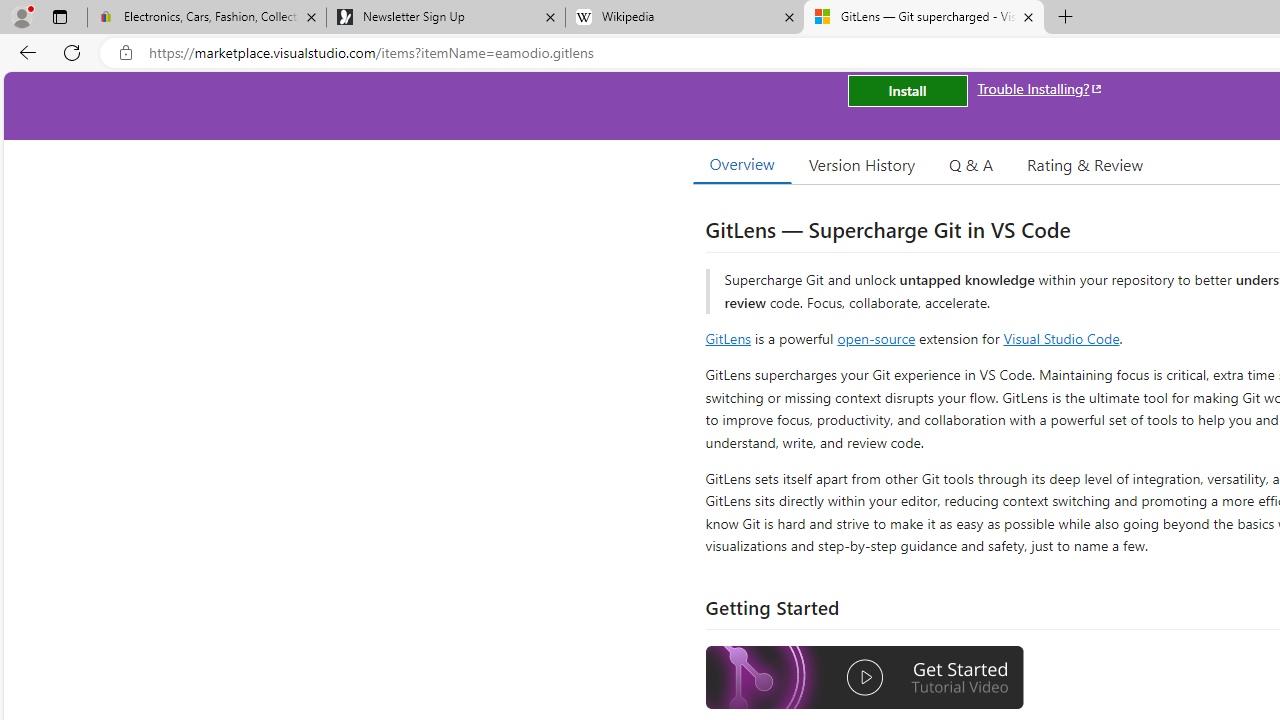 This screenshot has height=720, width=1280. What do you see at coordinates (876, 337) in the screenshot?
I see `'open-source'` at bounding box center [876, 337].